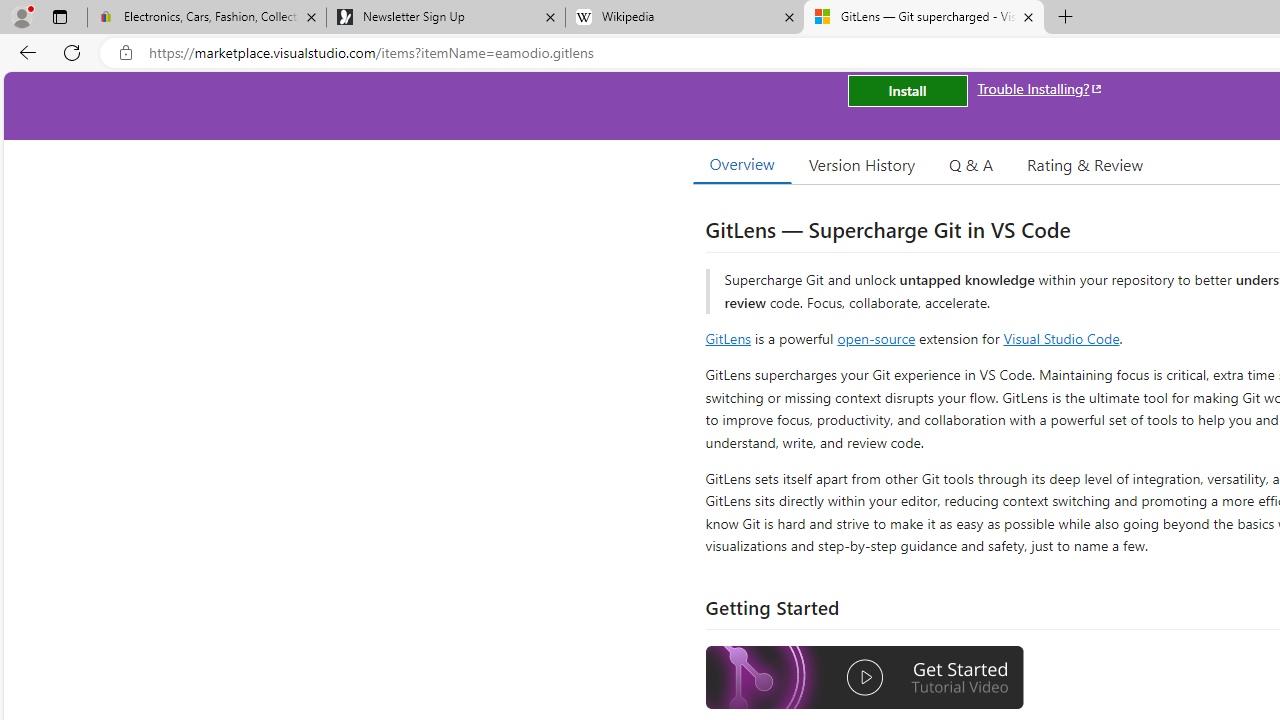 This screenshot has height=720, width=1280. What do you see at coordinates (876, 337) in the screenshot?
I see `'open-source'` at bounding box center [876, 337].